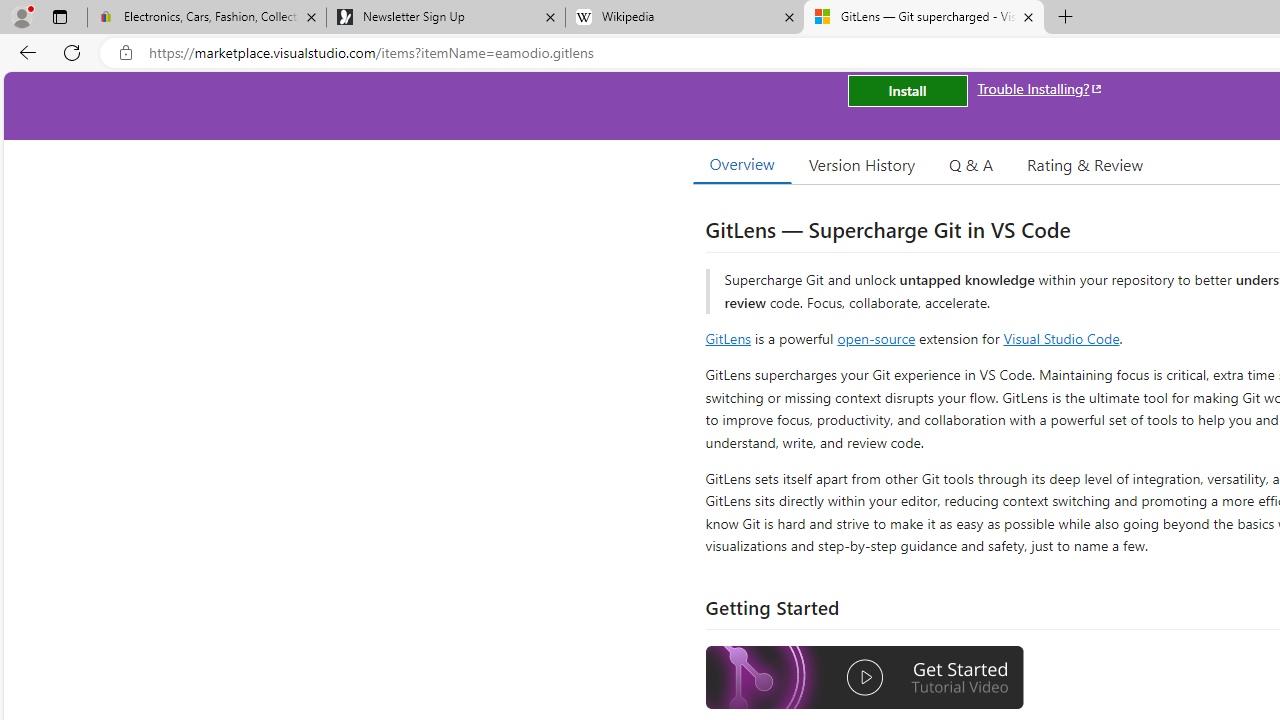 This screenshot has height=720, width=1280. What do you see at coordinates (876, 337) in the screenshot?
I see `'open-source'` at bounding box center [876, 337].